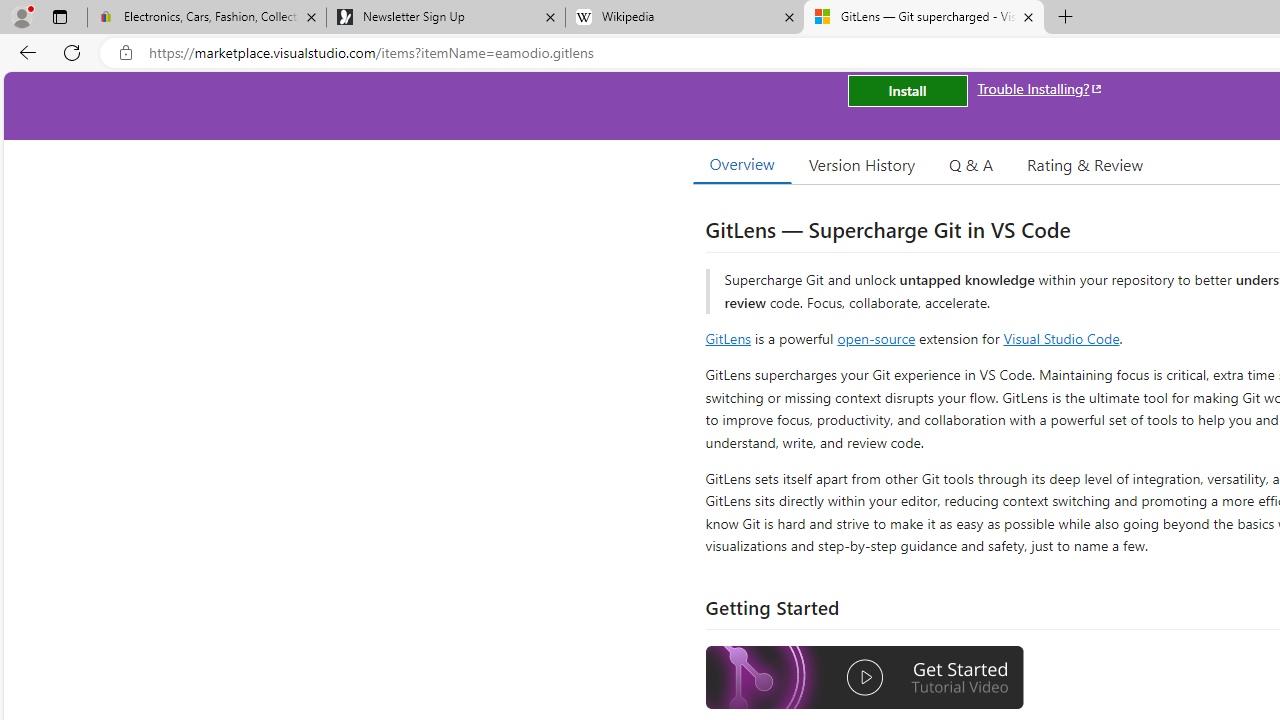 This screenshot has height=720, width=1280. What do you see at coordinates (876, 337) in the screenshot?
I see `'open-source'` at bounding box center [876, 337].